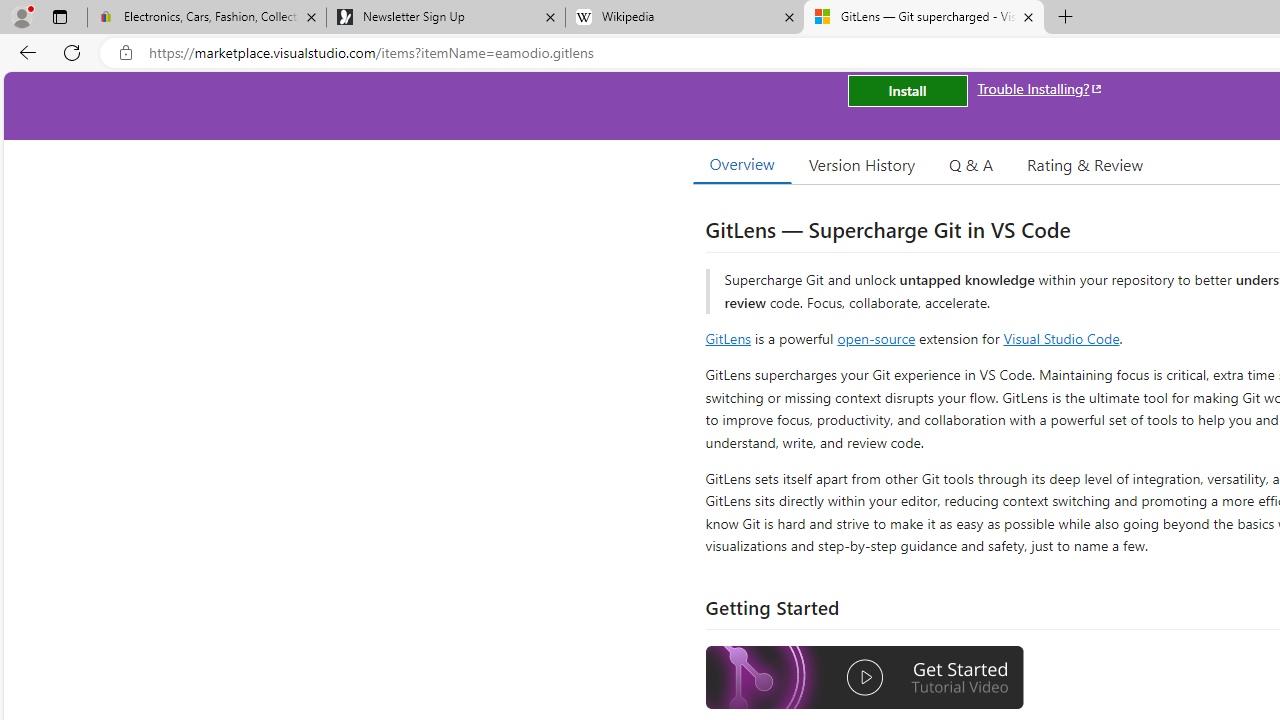 This screenshot has height=720, width=1280. What do you see at coordinates (876, 337) in the screenshot?
I see `'open-source'` at bounding box center [876, 337].